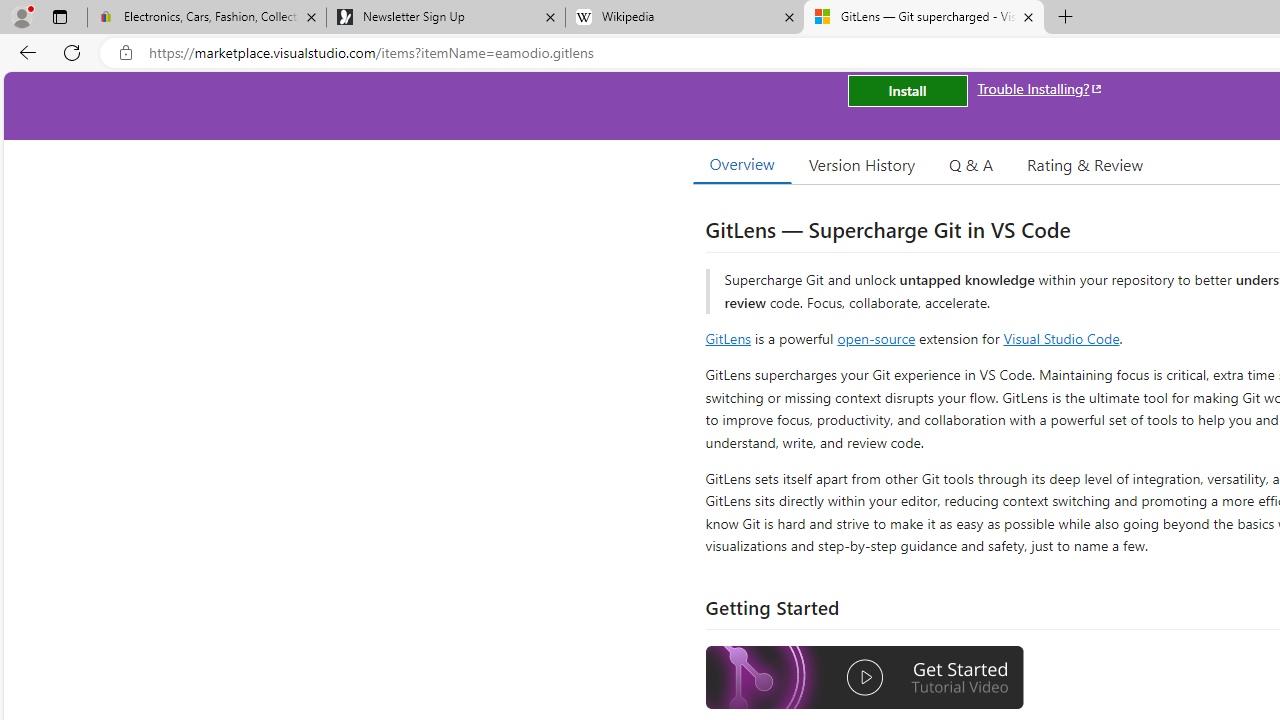 This screenshot has height=720, width=1280. What do you see at coordinates (876, 337) in the screenshot?
I see `'open-source'` at bounding box center [876, 337].